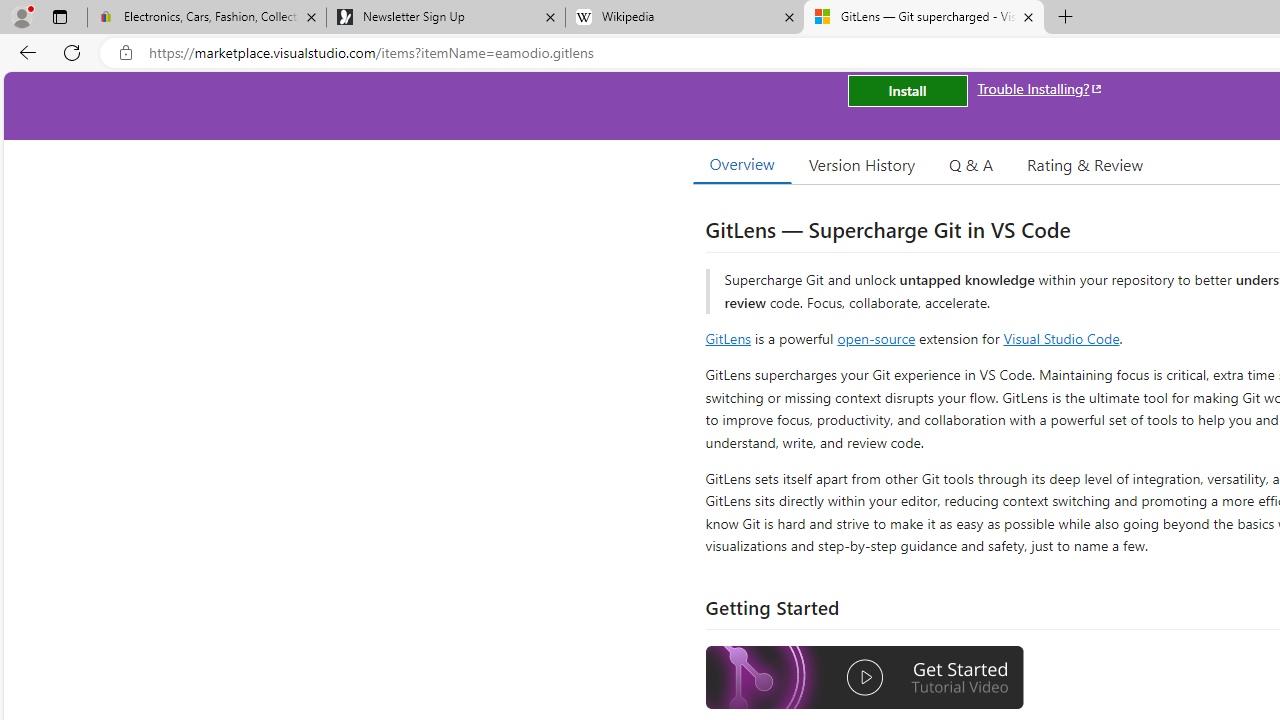 This screenshot has height=720, width=1280. What do you see at coordinates (876, 337) in the screenshot?
I see `'open-source'` at bounding box center [876, 337].